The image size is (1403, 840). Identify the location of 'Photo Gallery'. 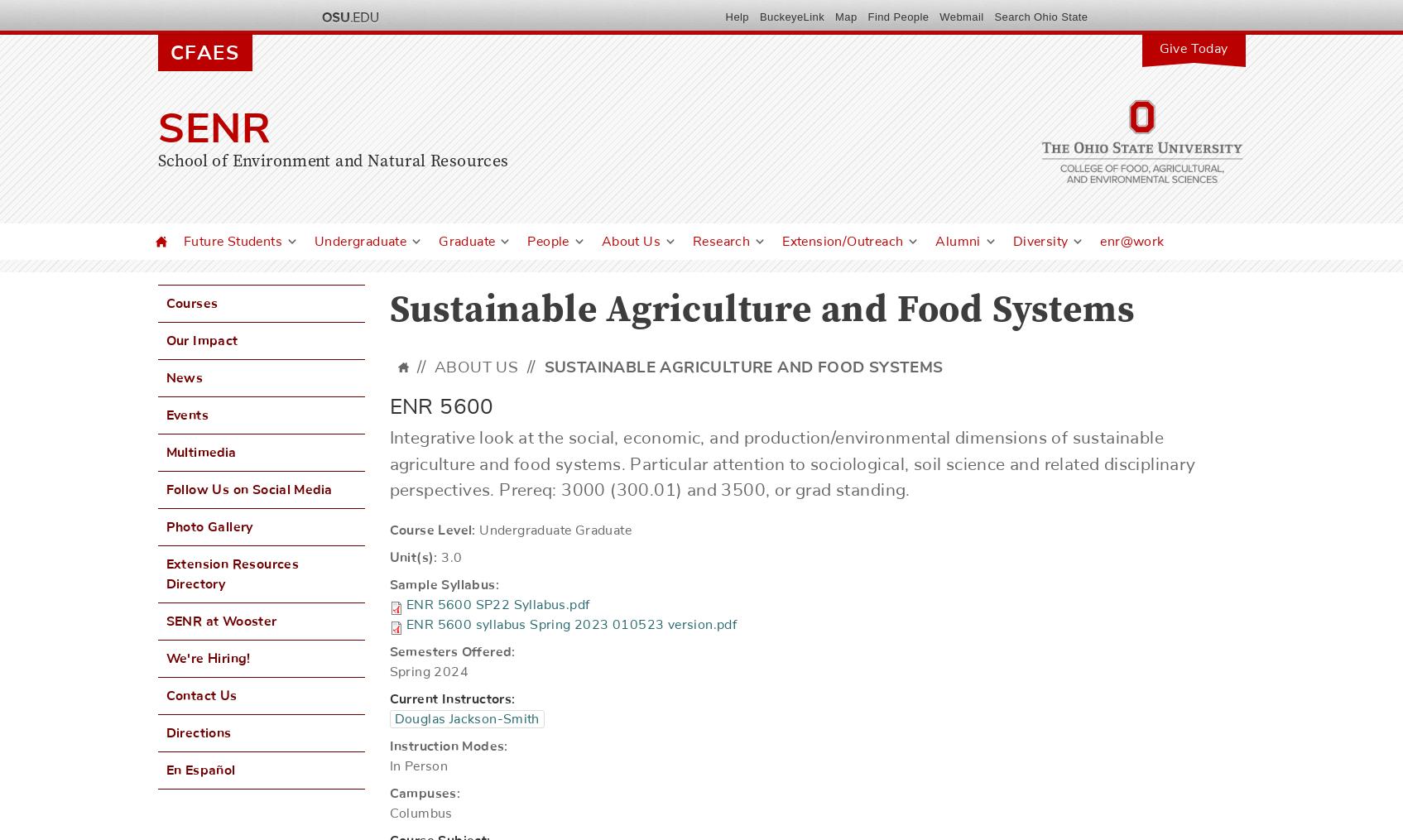
(208, 526).